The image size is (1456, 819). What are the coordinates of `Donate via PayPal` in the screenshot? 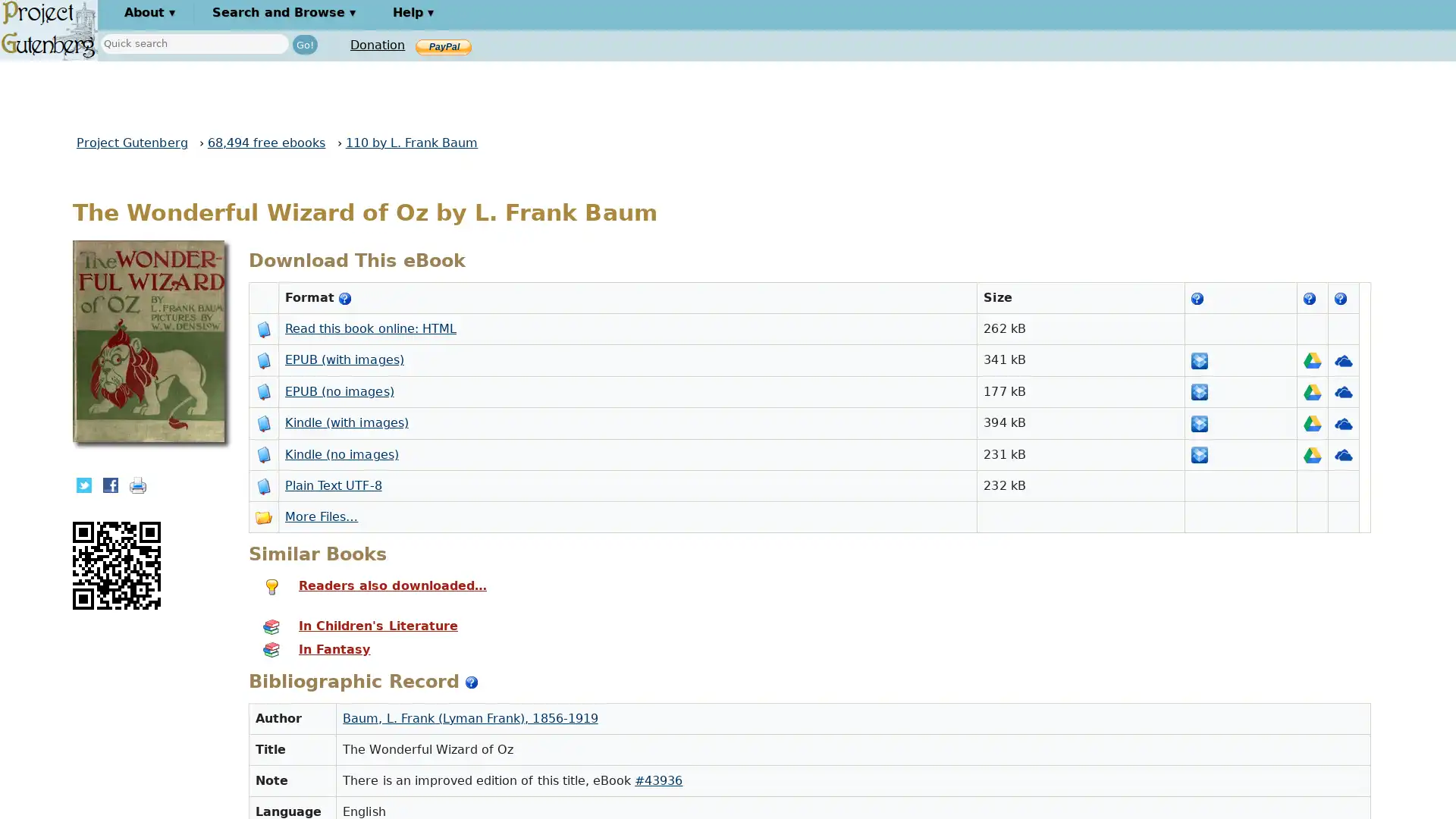 It's located at (443, 45).